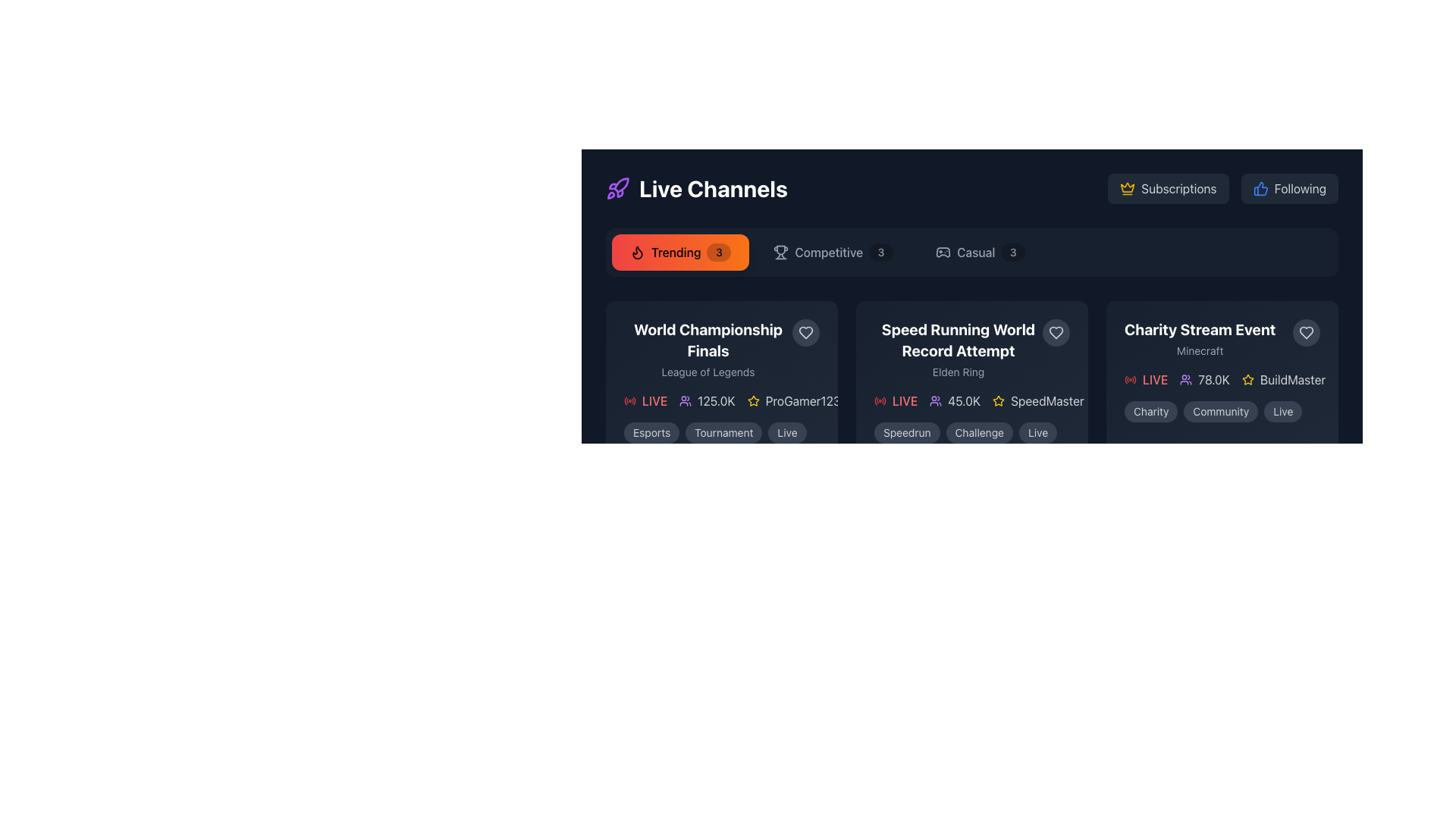  I want to click on the 'Community' label located in the Multi-item badge group at the bottom of the 'Charity Stream Event' card, following the 'LIVE' icon and viewer count '78.0K', so click(1222, 412).